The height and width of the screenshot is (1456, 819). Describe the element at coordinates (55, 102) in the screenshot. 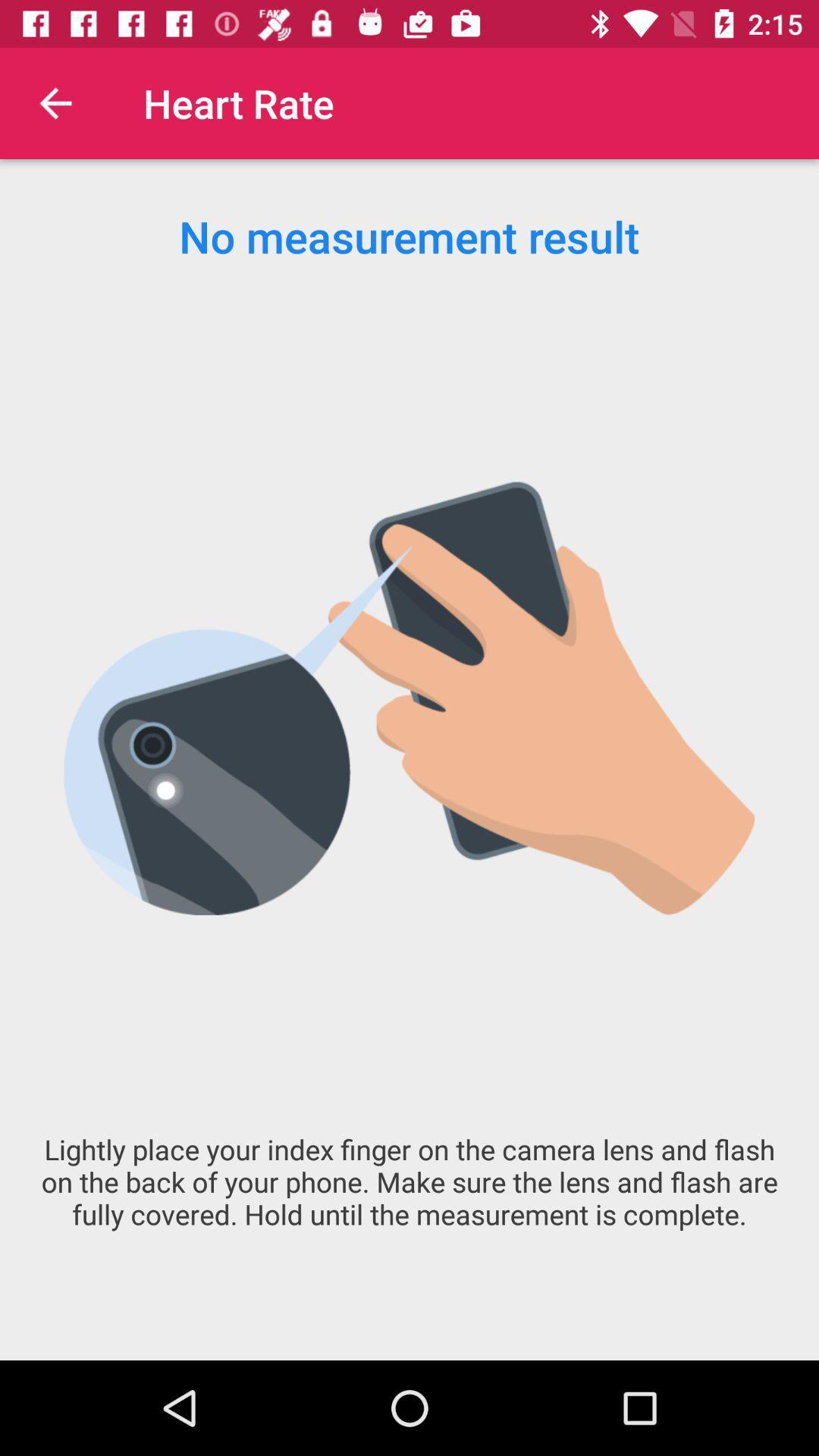

I see `item next to the heart rate` at that location.